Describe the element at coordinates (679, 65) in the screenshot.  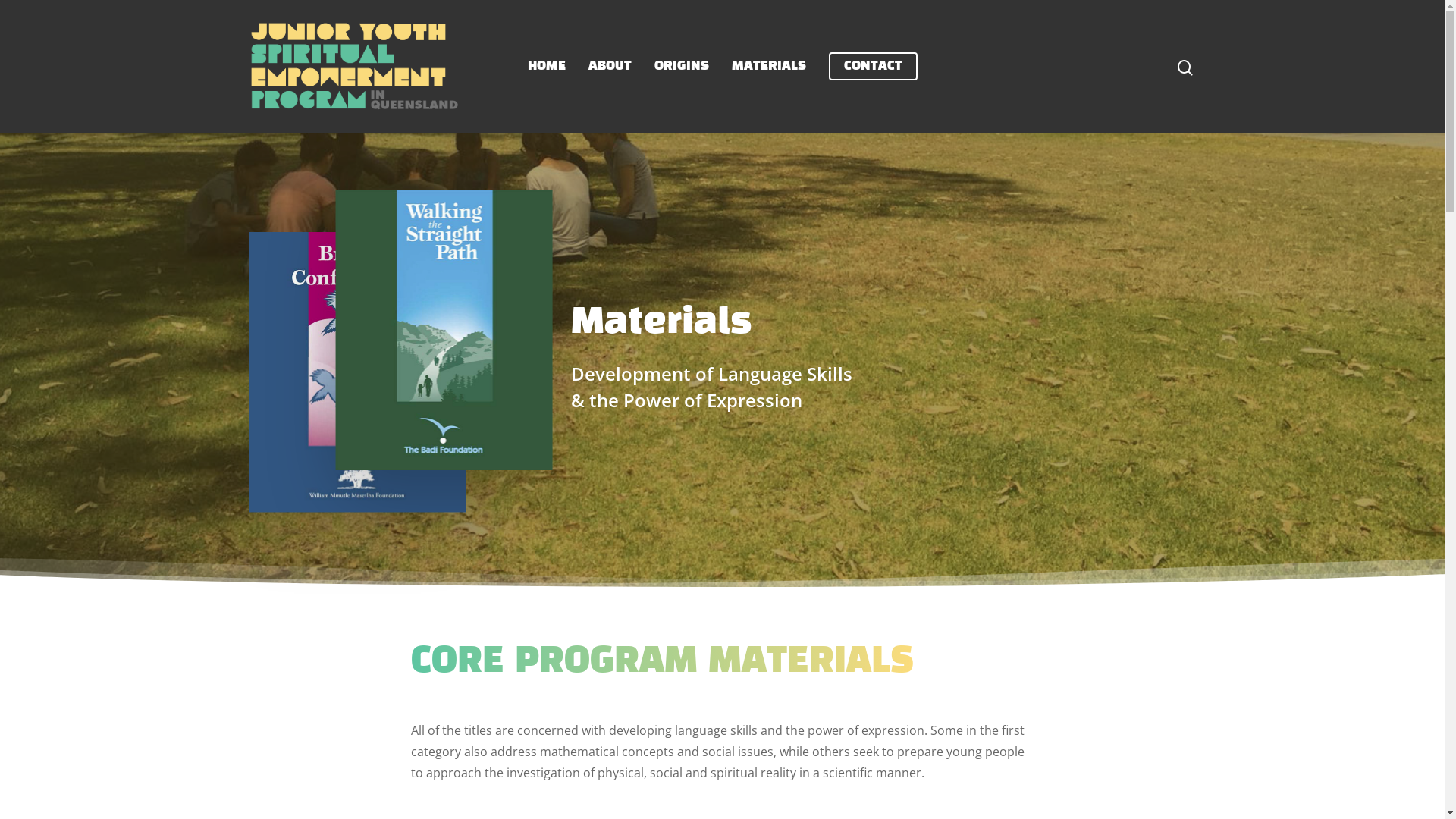
I see `'ORIGINS'` at that location.